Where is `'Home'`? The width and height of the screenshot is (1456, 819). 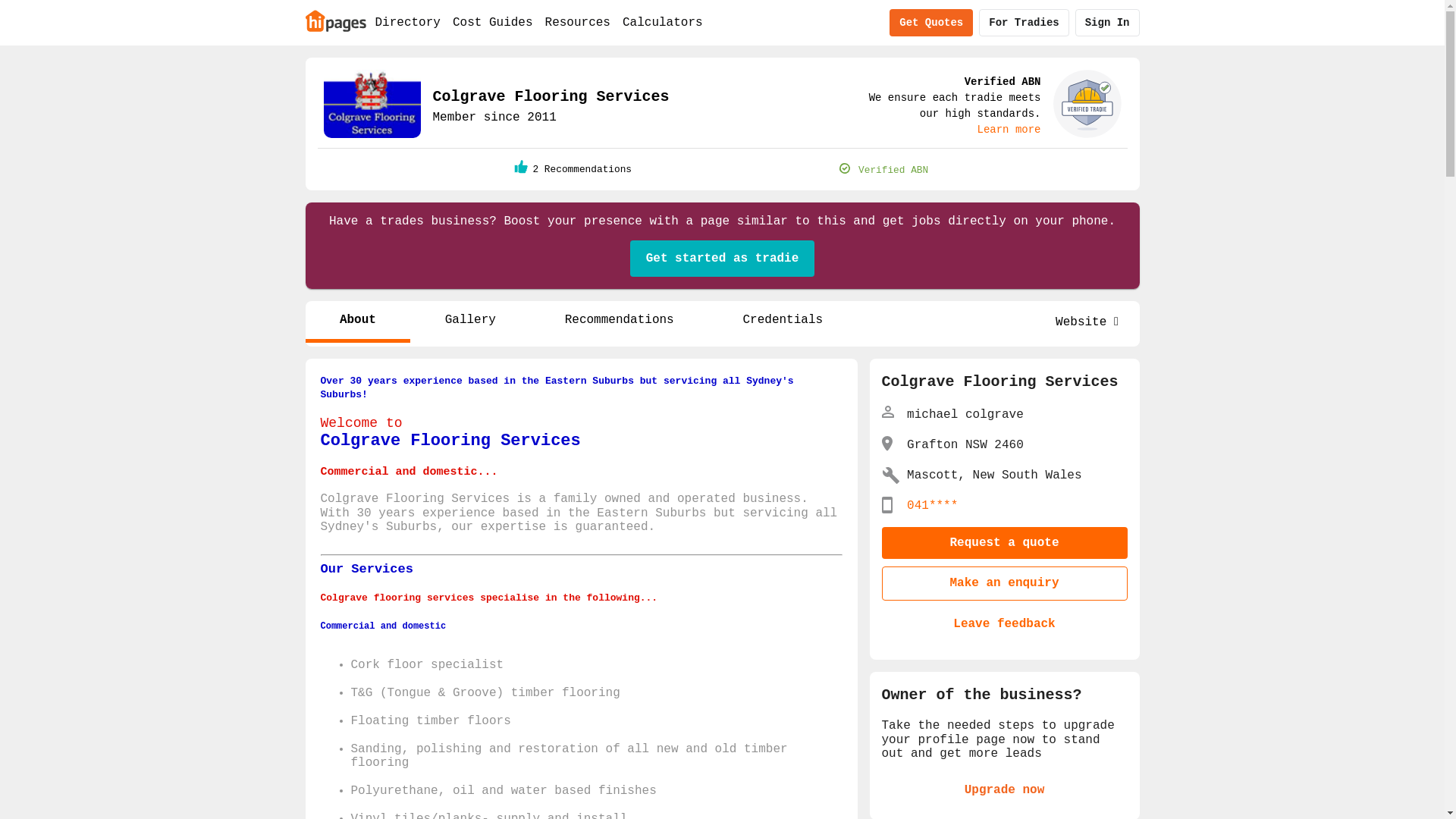 'Home' is located at coordinates (334, 20).